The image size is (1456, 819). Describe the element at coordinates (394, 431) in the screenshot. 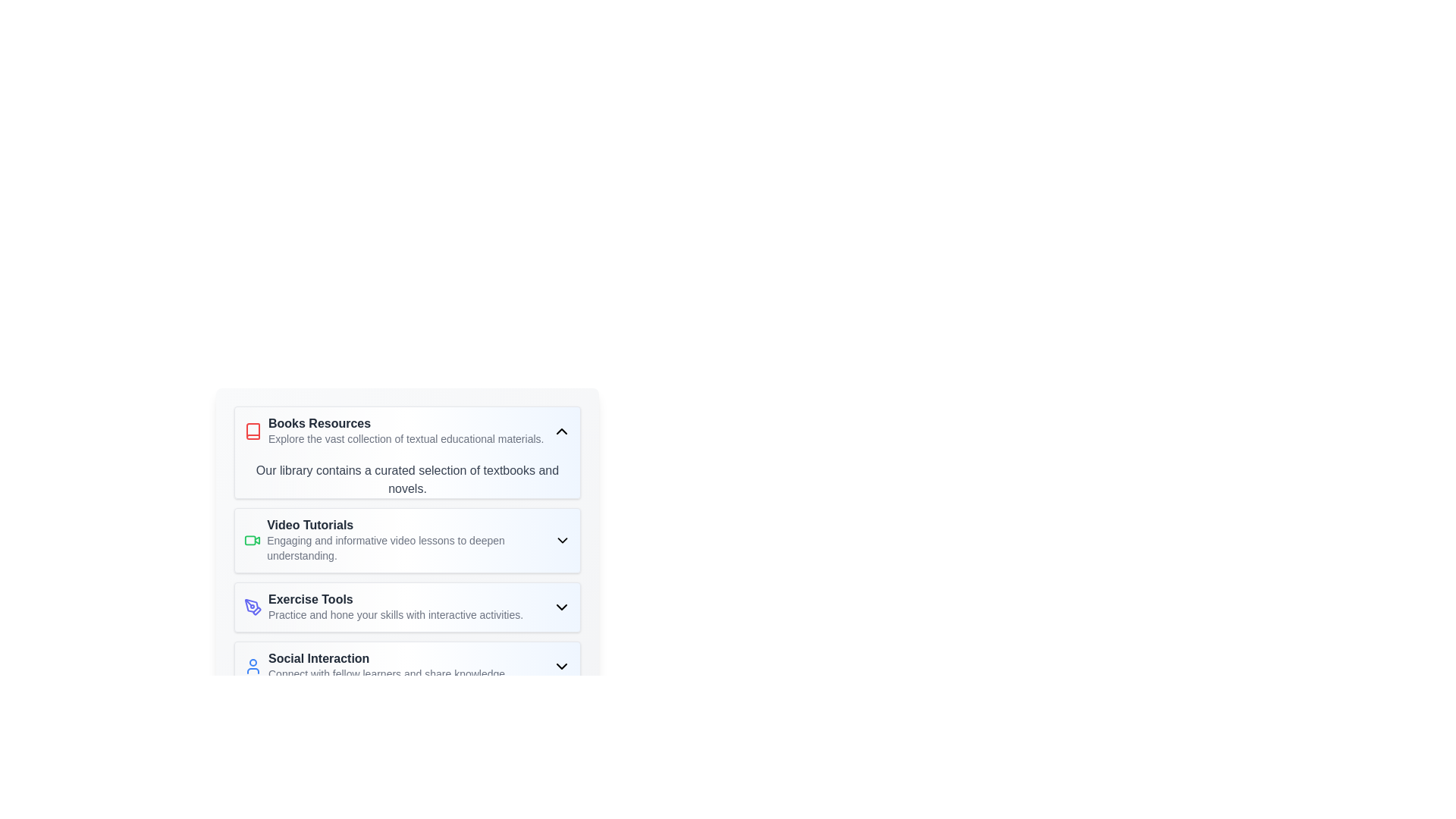

I see `the 'Books Resources' section, which is represented by a red-outlined book icon and a bold title` at that location.